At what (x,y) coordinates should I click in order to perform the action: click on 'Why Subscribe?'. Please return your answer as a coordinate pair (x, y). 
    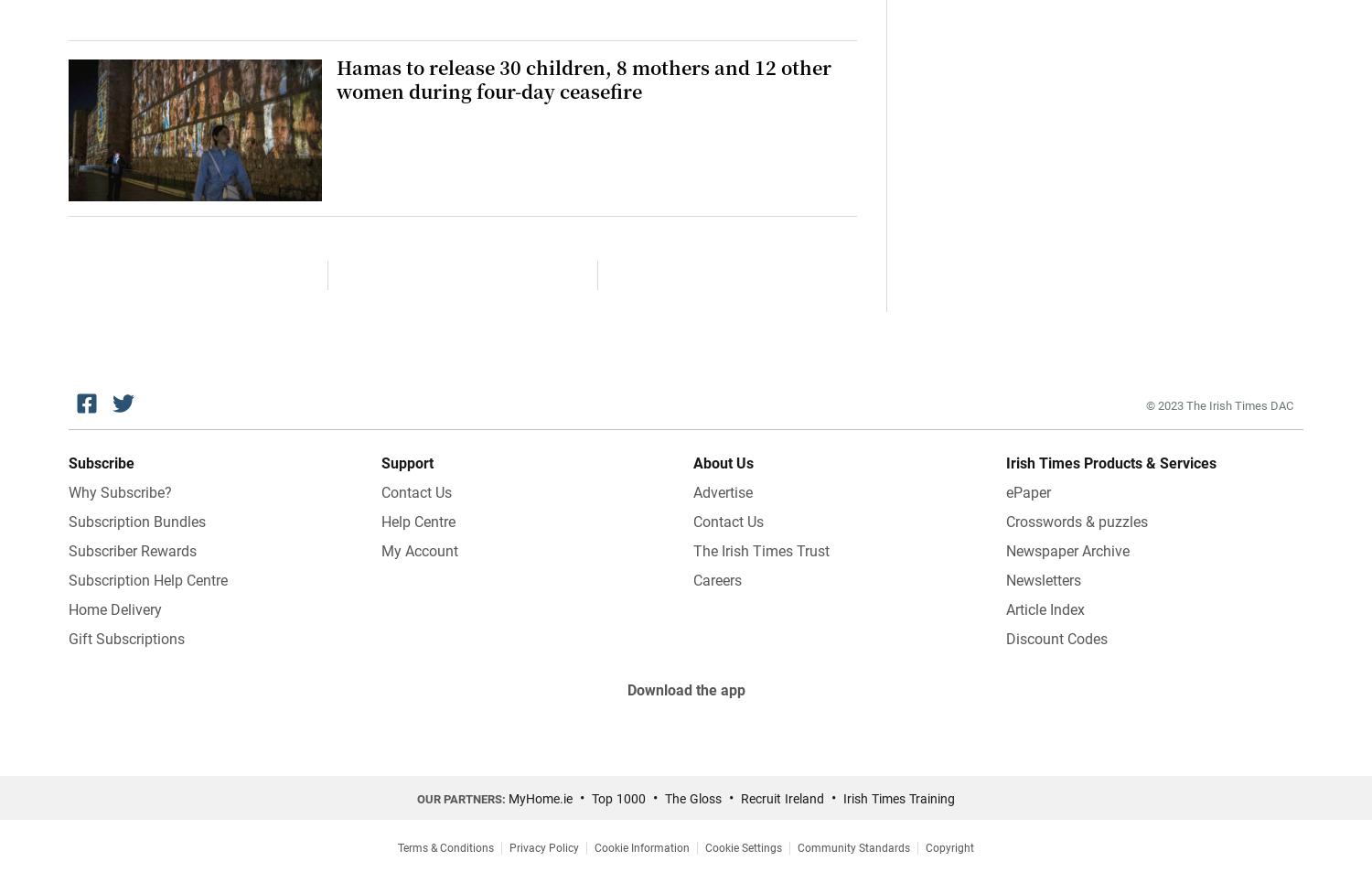
    Looking at the image, I should click on (120, 490).